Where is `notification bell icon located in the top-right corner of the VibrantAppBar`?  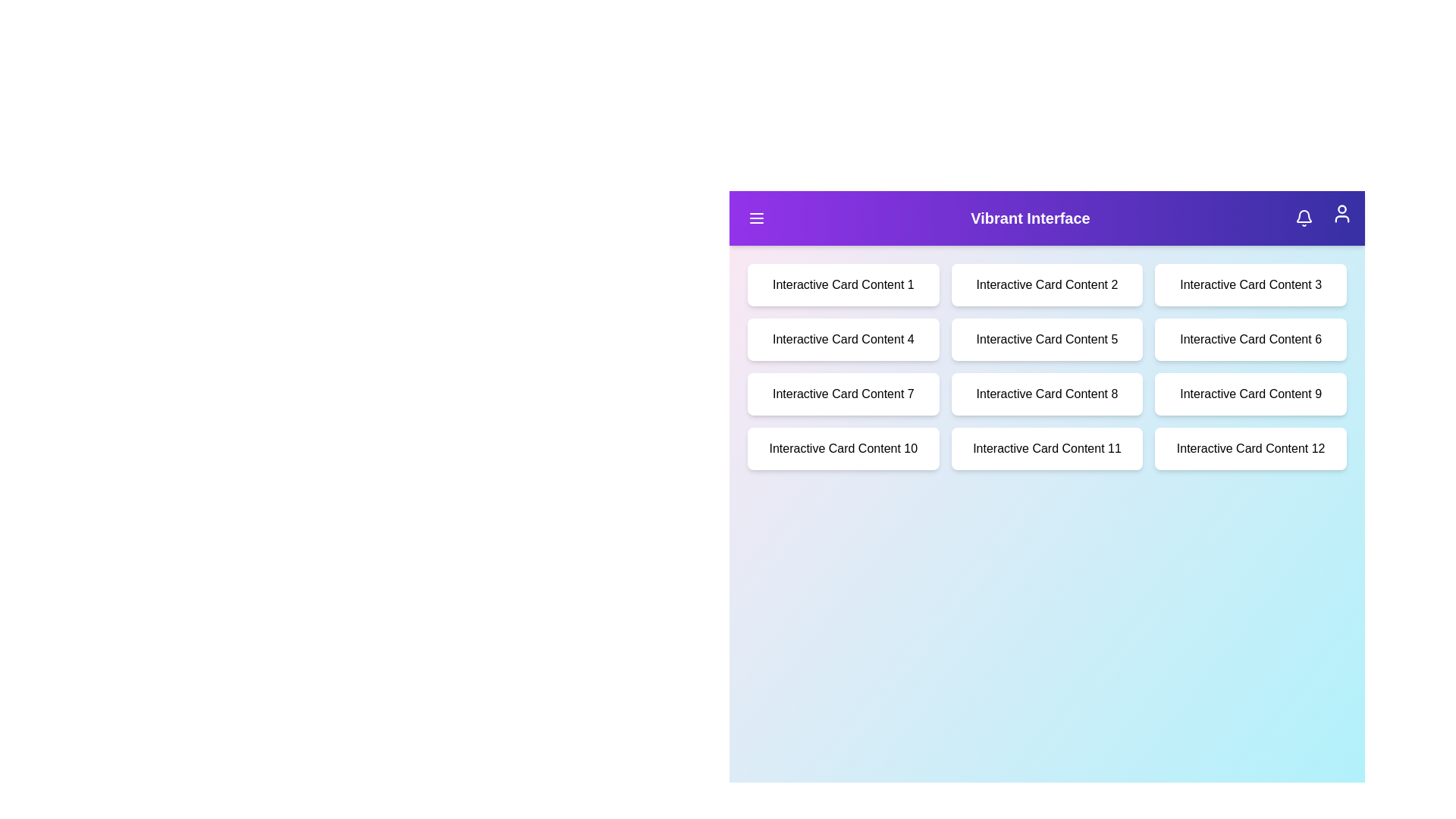 notification bell icon located in the top-right corner of the VibrantAppBar is located at coordinates (1303, 218).